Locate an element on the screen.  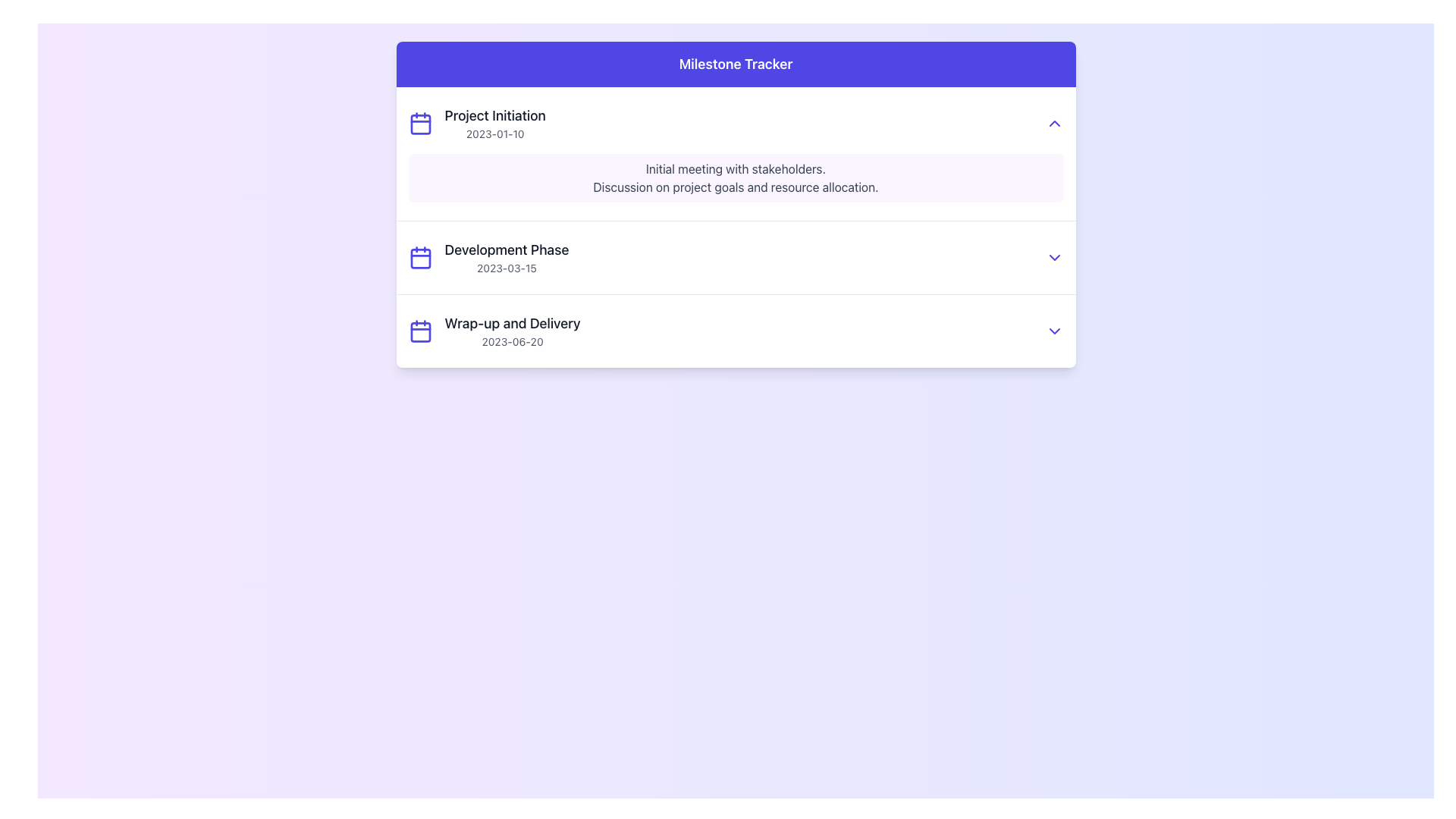
the dropdown toggle icon located at the right edge of the 'Development Phase' milestone section, just after the text '2023-03-15' is located at coordinates (1053, 256).